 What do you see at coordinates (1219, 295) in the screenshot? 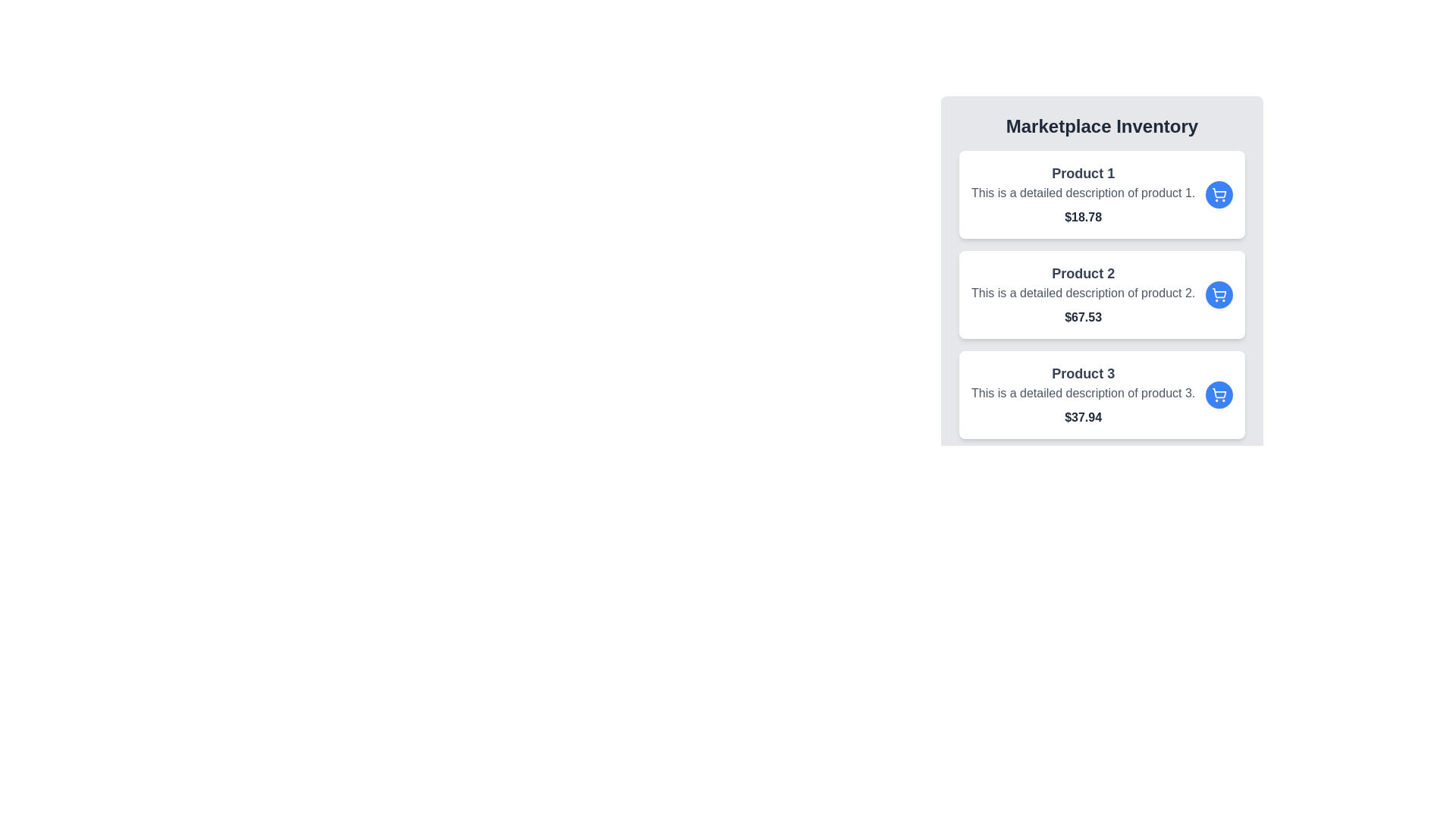
I see `the 'Add to Cart' button for 'Product 2'` at bounding box center [1219, 295].